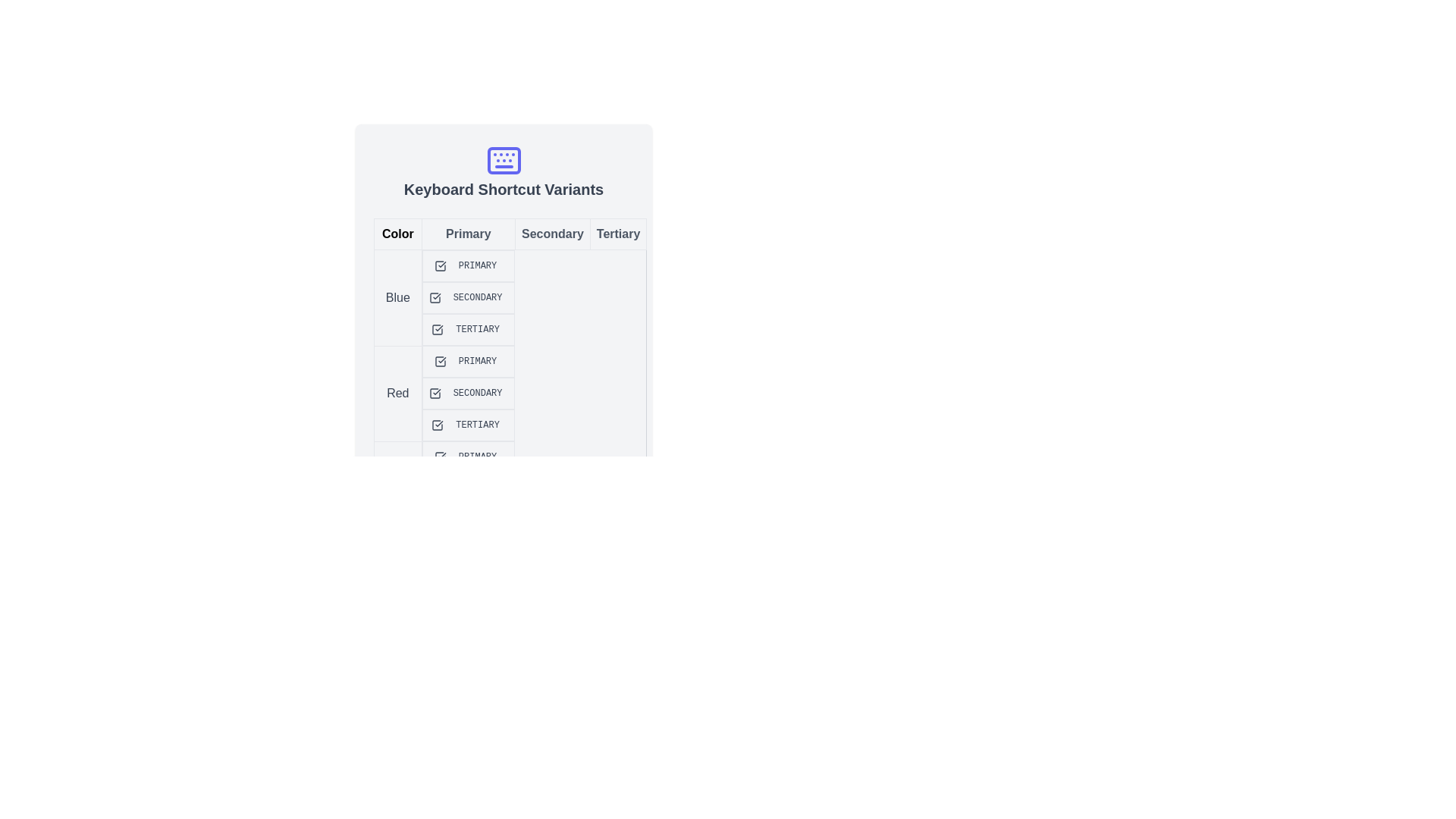 This screenshot has width=1456, height=819. What do you see at coordinates (504, 161) in the screenshot?
I see `the keyboard shortcut icon located above the 'Keyboard Shortcut Variants' text, which serves as a visual header for the section` at bounding box center [504, 161].